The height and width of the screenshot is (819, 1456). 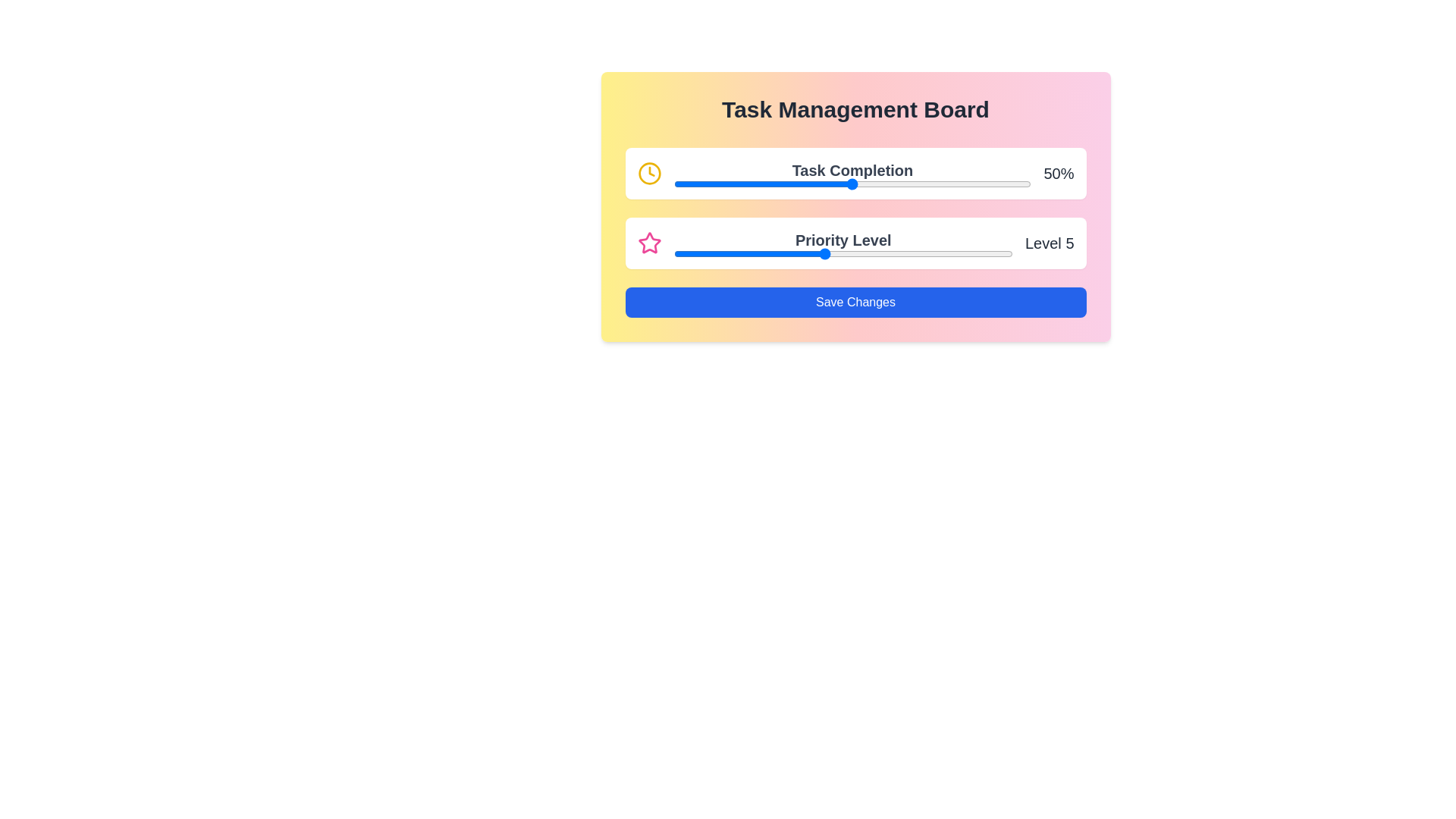 What do you see at coordinates (784, 184) in the screenshot?
I see `task completion percentage` at bounding box center [784, 184].